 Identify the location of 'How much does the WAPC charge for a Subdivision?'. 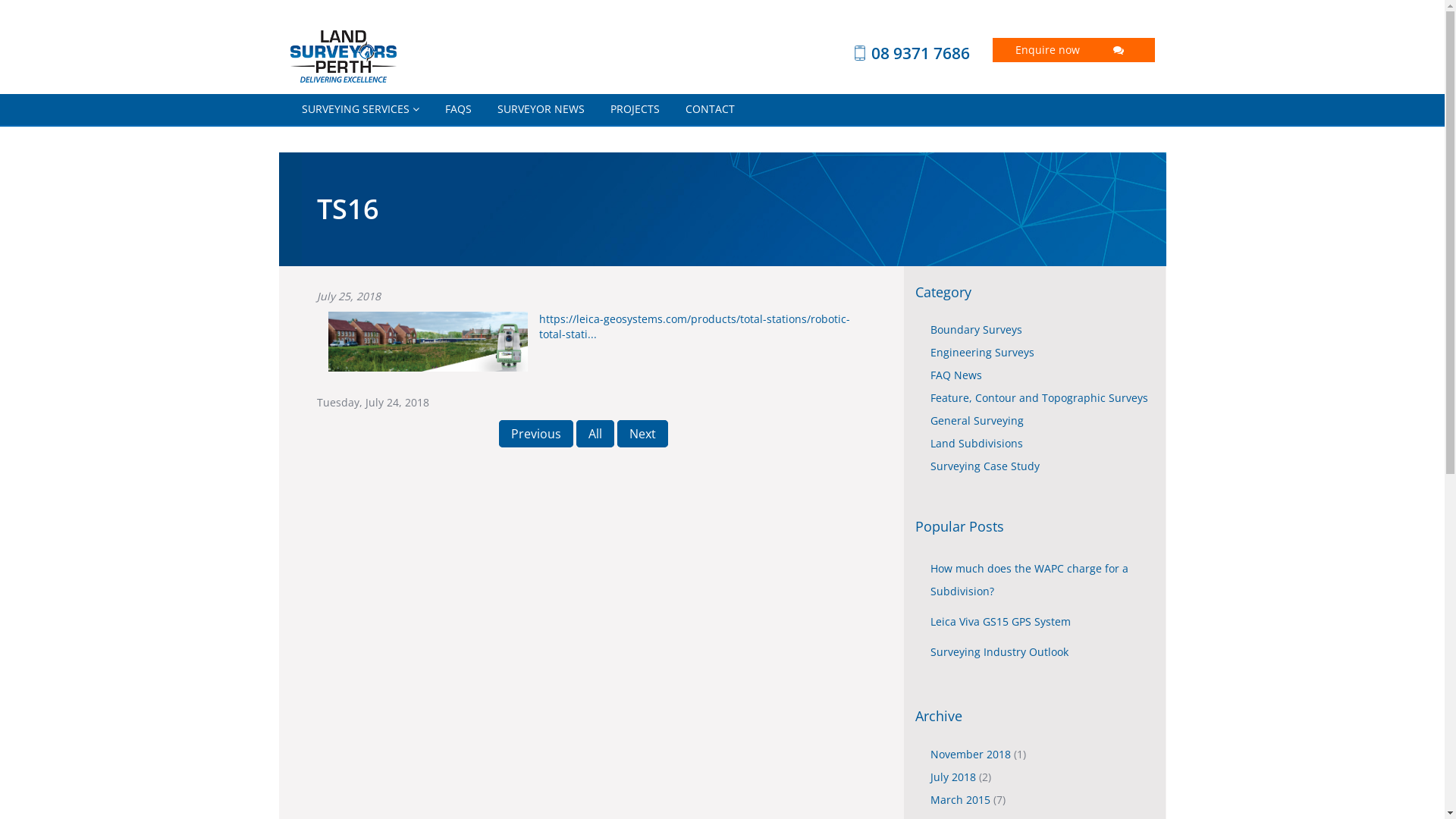
(1029, 579).